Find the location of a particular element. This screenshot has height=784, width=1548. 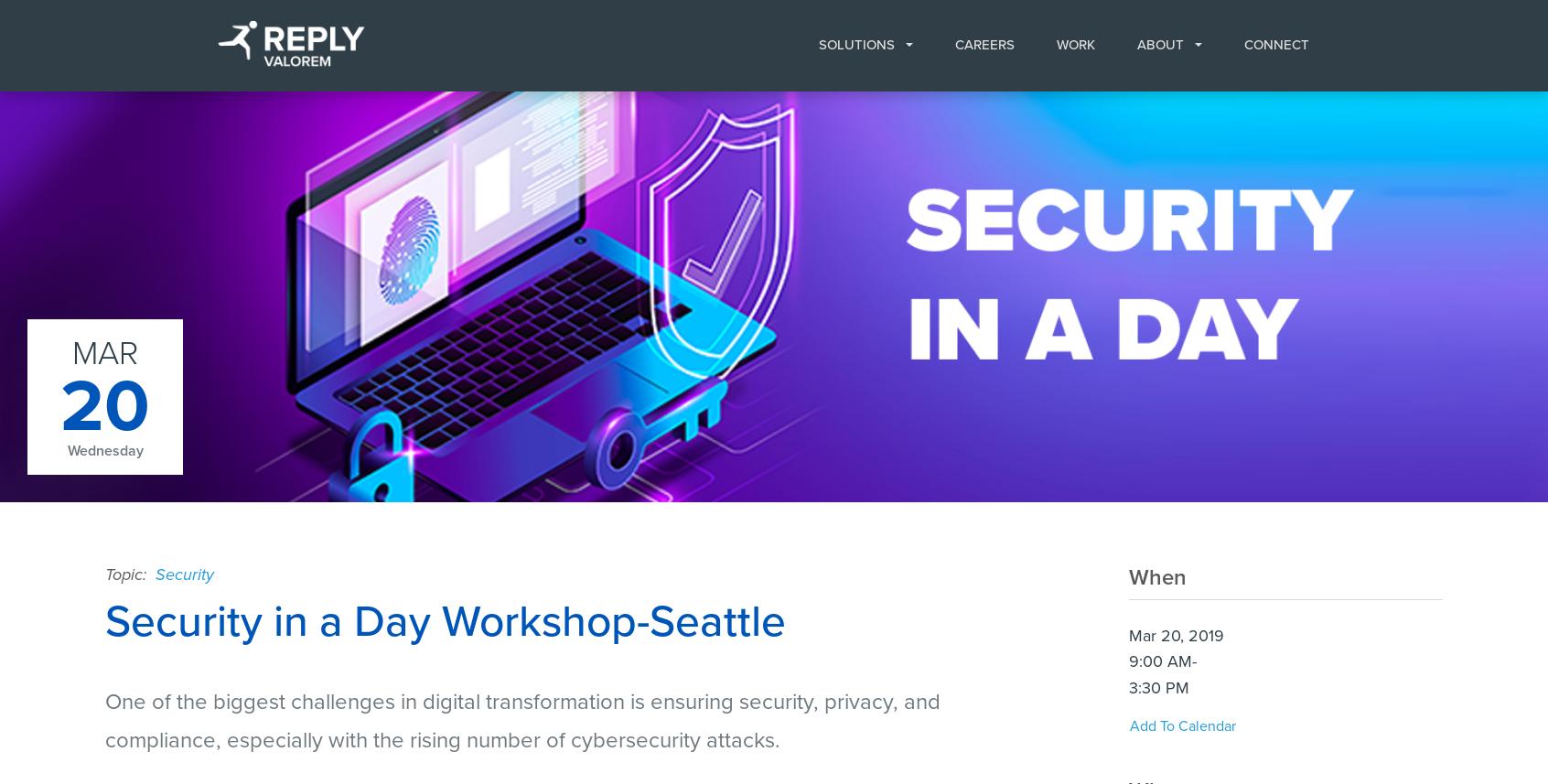

'Add To Calendar' is located at coordinates (1182, 725).